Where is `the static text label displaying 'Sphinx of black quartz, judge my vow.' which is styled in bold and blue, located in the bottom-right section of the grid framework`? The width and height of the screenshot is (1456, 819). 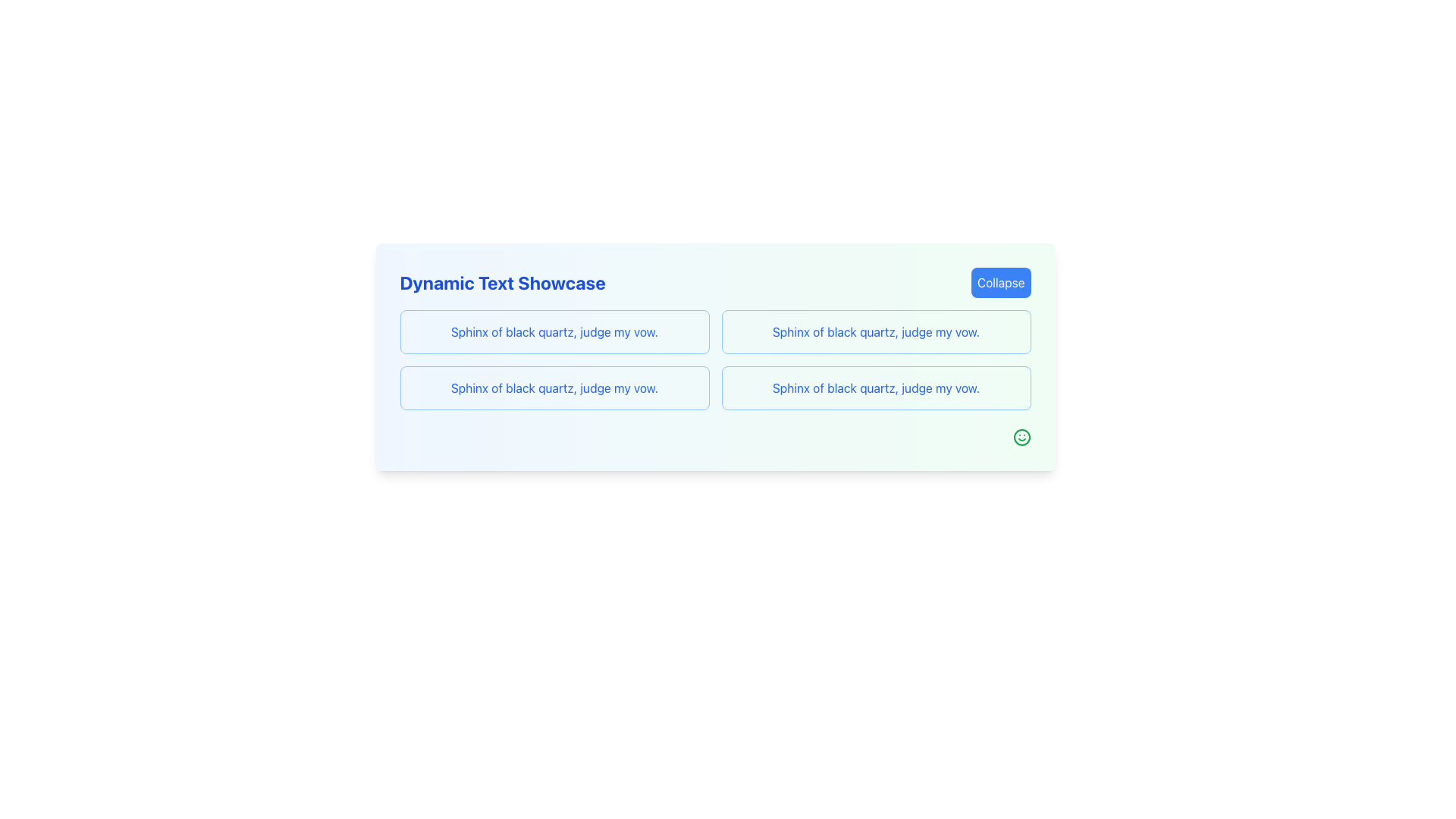
the static text label displaying 'Sphinx of black quartz, judge my vow.' which is styled in bold and blue, located in the bottom-right section of the grid framework is located at coordinates (876, 388).